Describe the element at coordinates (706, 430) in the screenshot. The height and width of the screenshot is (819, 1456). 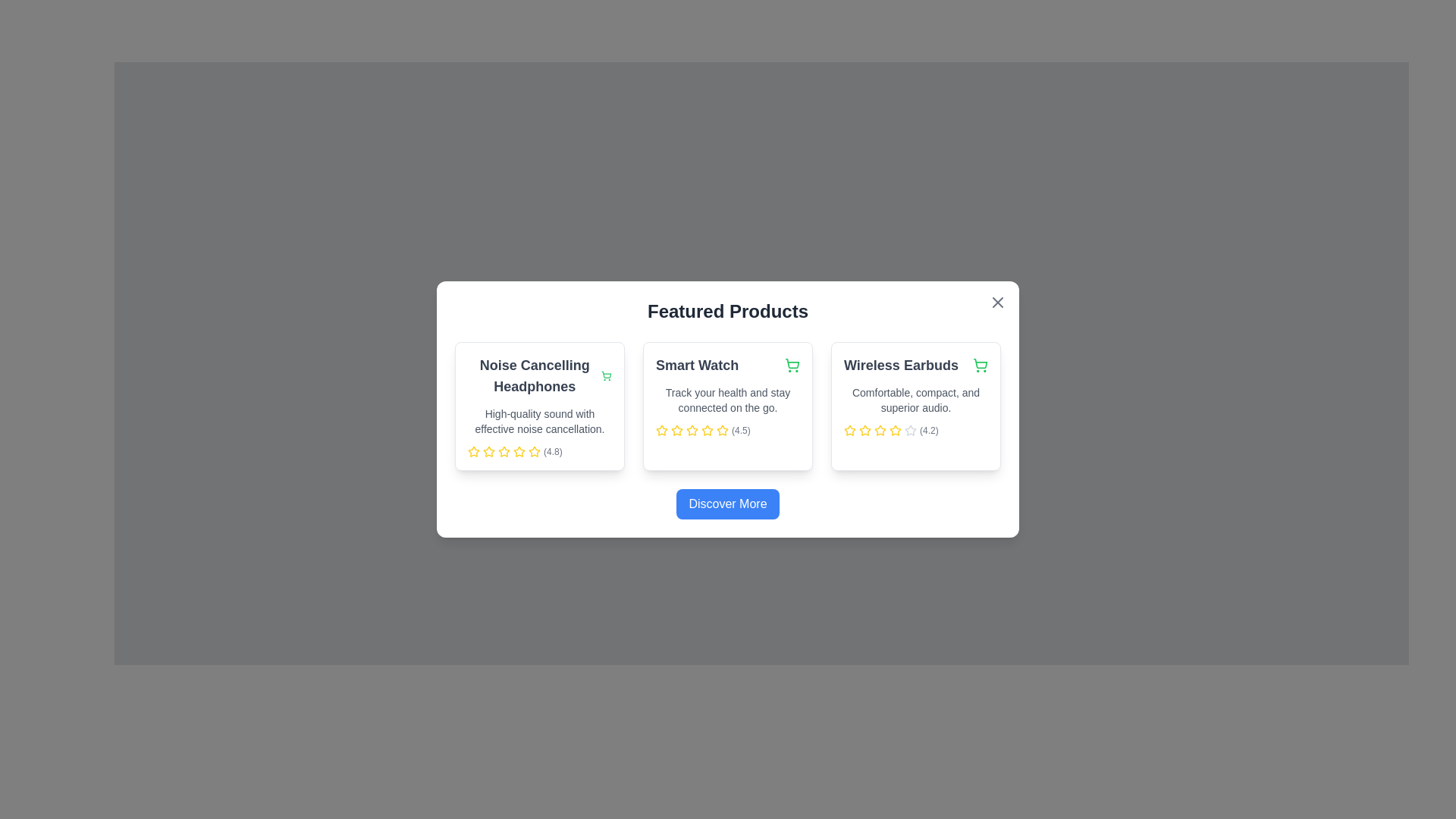
I see `the fifth yellow star icon in the rating system of the 'Smart Watch' product card` at that location.